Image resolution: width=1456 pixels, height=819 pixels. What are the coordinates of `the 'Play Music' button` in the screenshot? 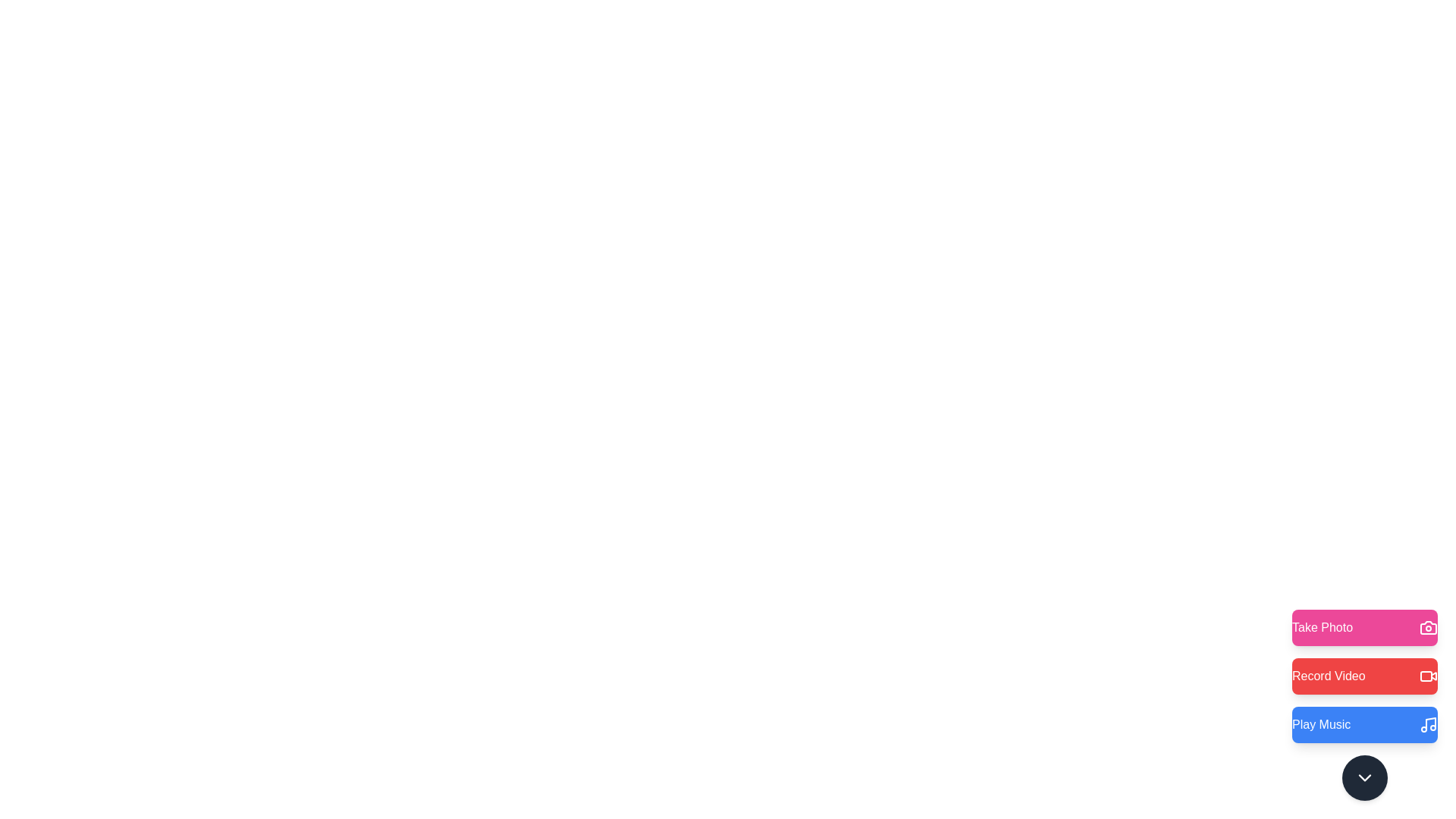 It's located at (1365, 724).